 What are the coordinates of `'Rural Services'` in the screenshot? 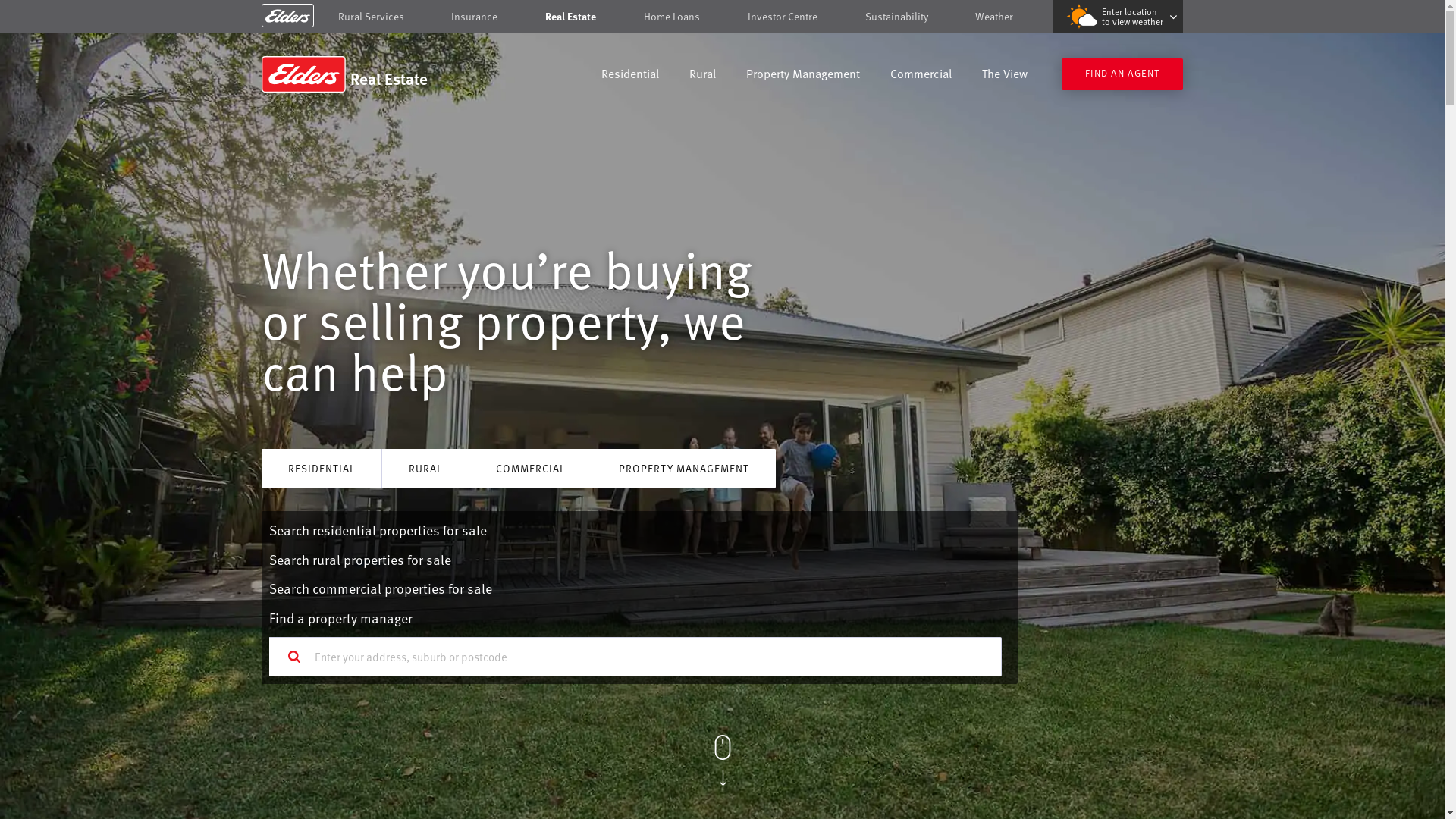 It's located at (337, 16).